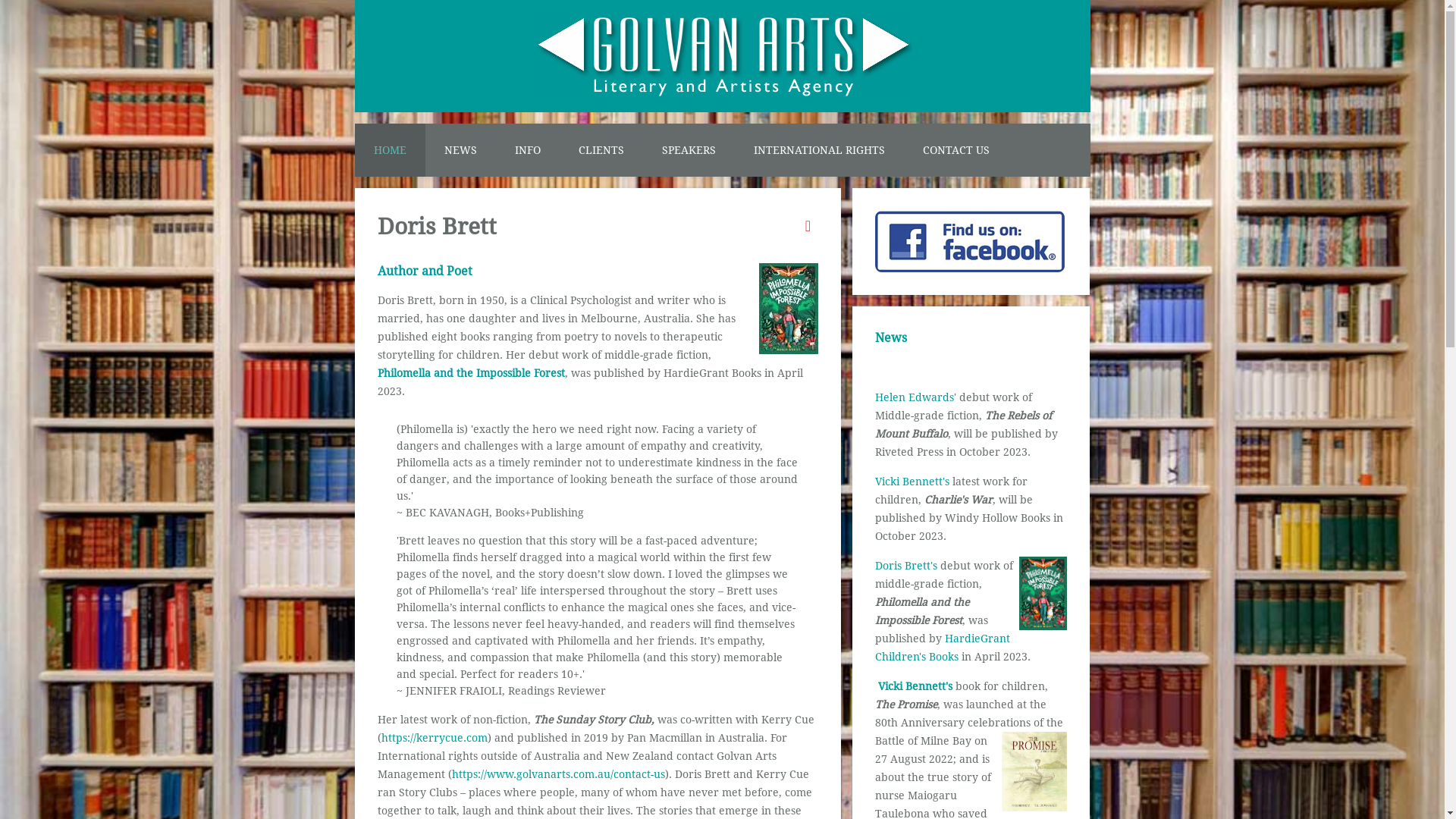 This screenshot has width=1456, height=819. I want to click on 'Vicki Bennett's', so click(914, 686).